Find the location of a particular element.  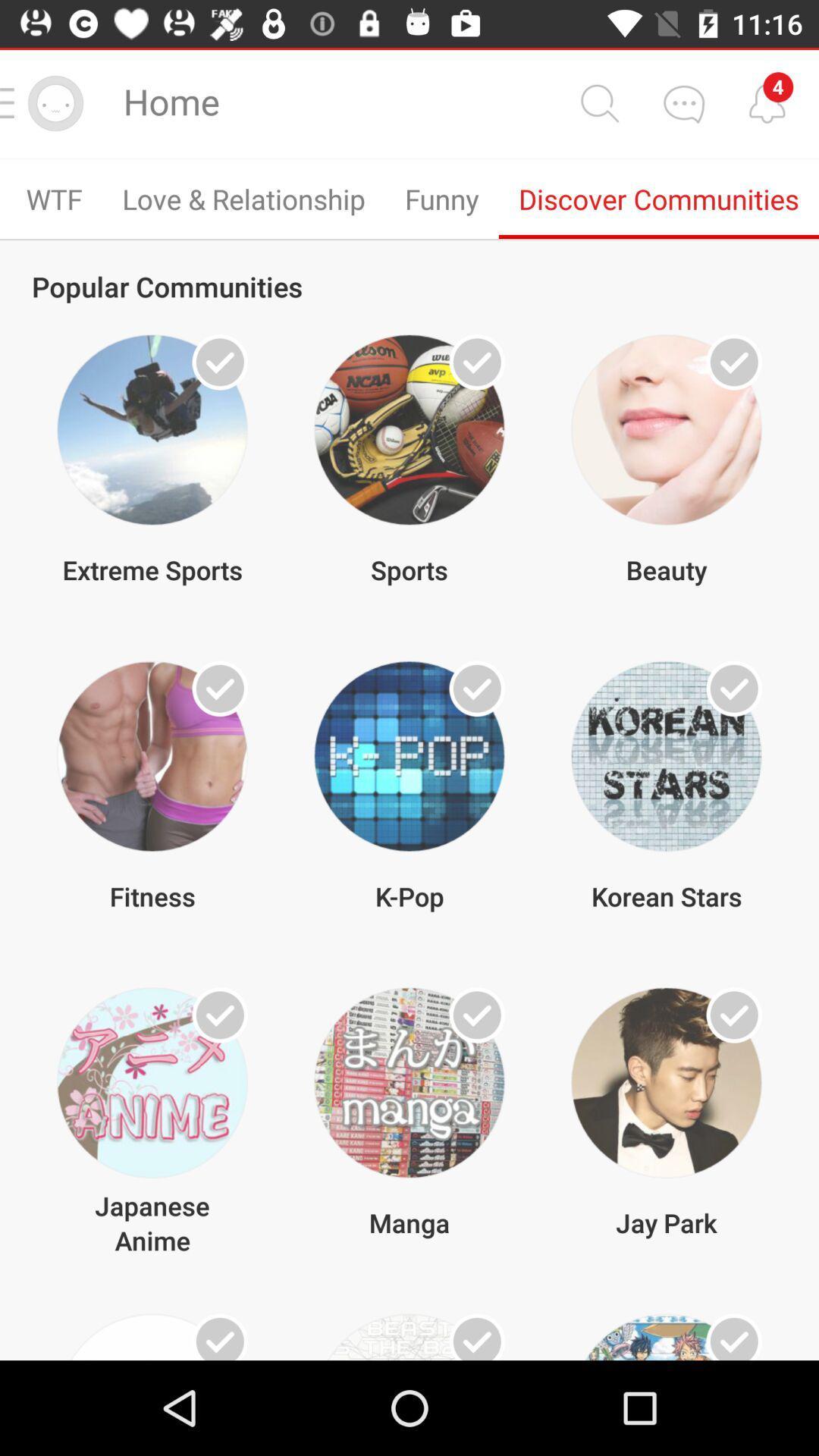

favorite is located at coordinates (733, 361).